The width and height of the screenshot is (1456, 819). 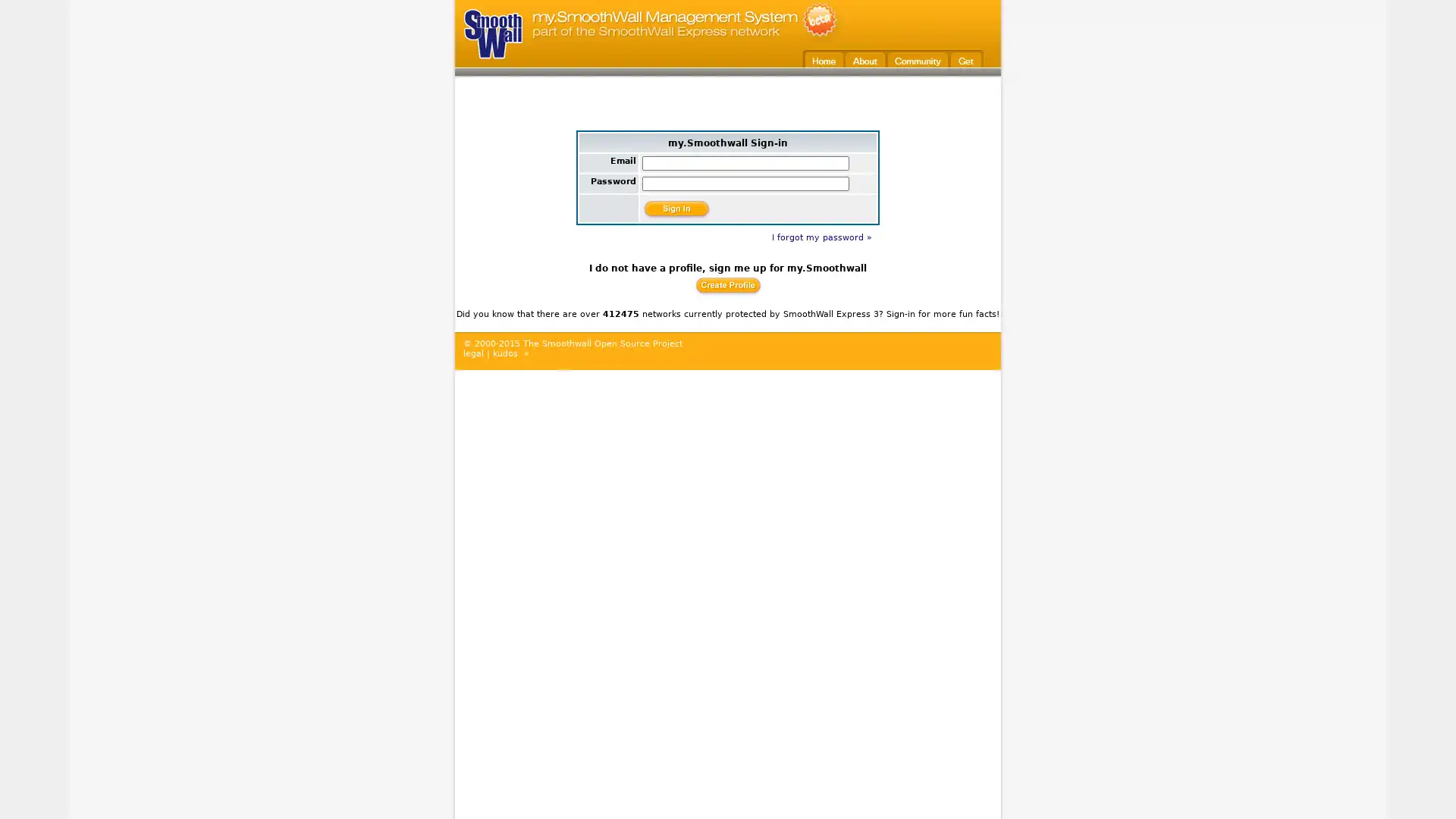 What do you see at coordinates (676, 208) in the screenshot?
I see `Sign-in` at bounding box center [676, 208].